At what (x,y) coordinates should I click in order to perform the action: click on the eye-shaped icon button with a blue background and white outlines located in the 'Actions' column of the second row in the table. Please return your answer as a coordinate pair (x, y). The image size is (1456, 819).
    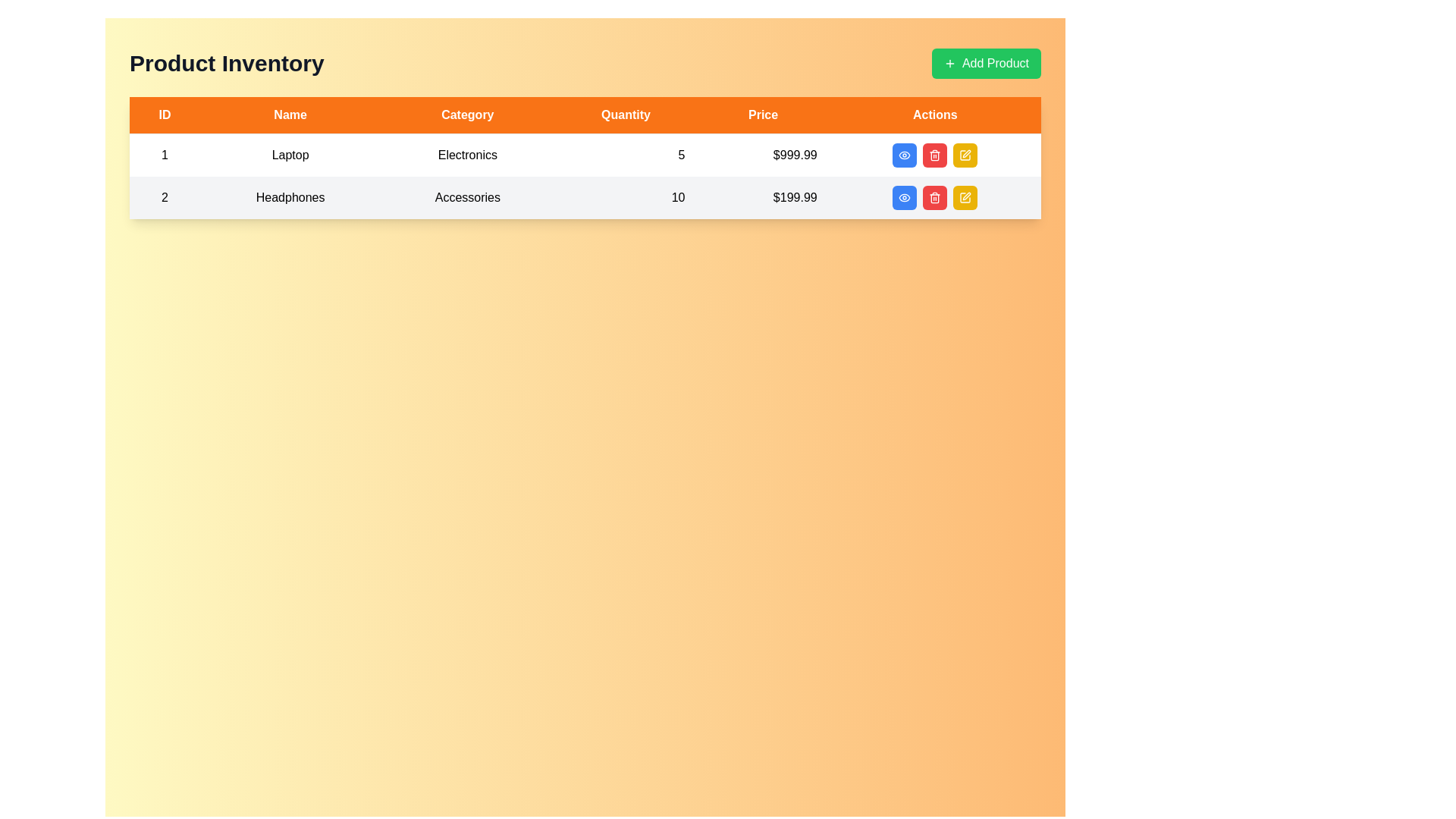
    Looking at the image, I should click on (905, 155).